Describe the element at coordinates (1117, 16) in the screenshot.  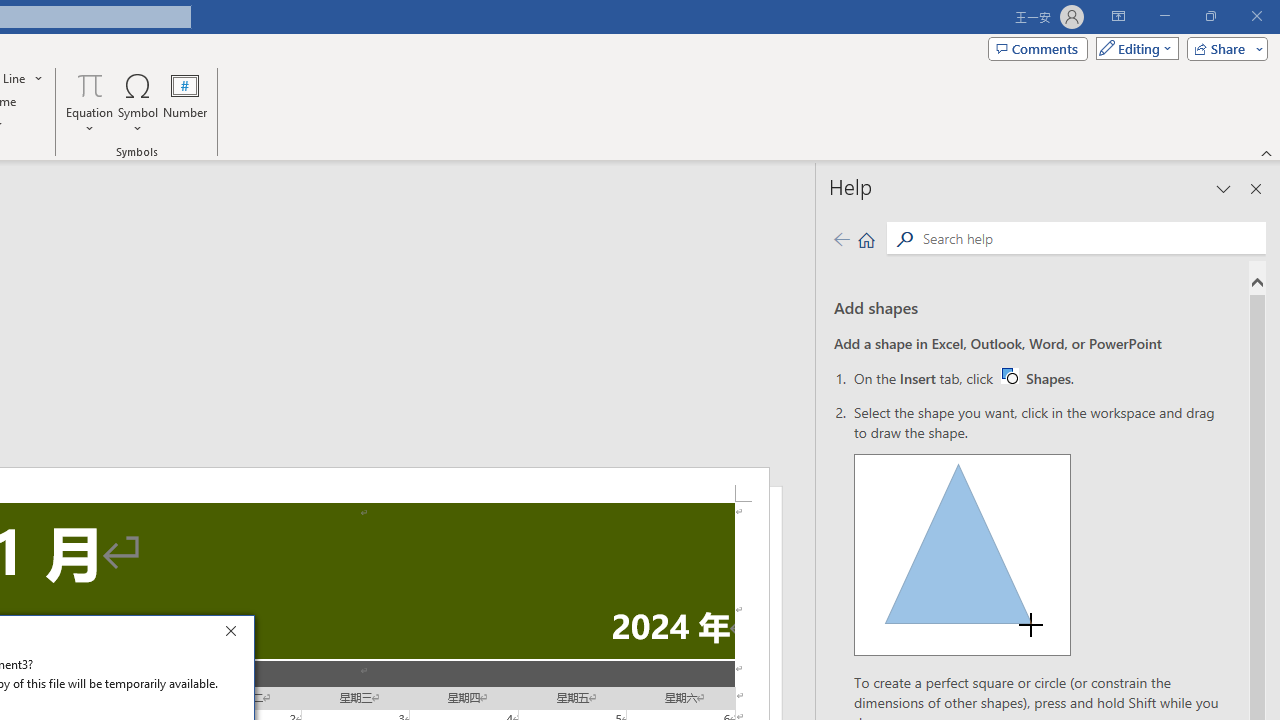
I see `'Ribbon Display Options'` at that location.